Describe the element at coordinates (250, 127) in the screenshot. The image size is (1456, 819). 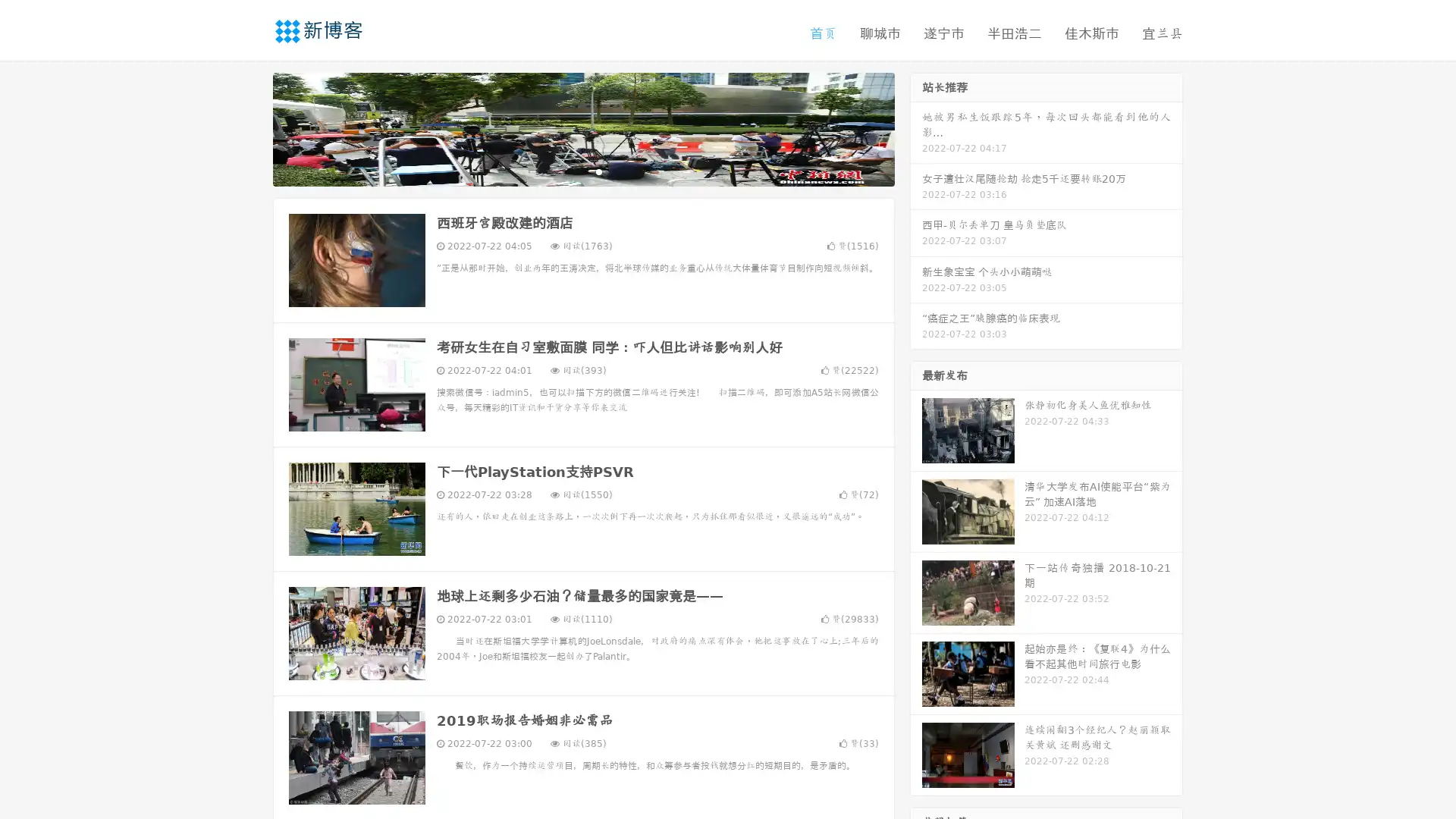
I see `Previous slide` at that location.